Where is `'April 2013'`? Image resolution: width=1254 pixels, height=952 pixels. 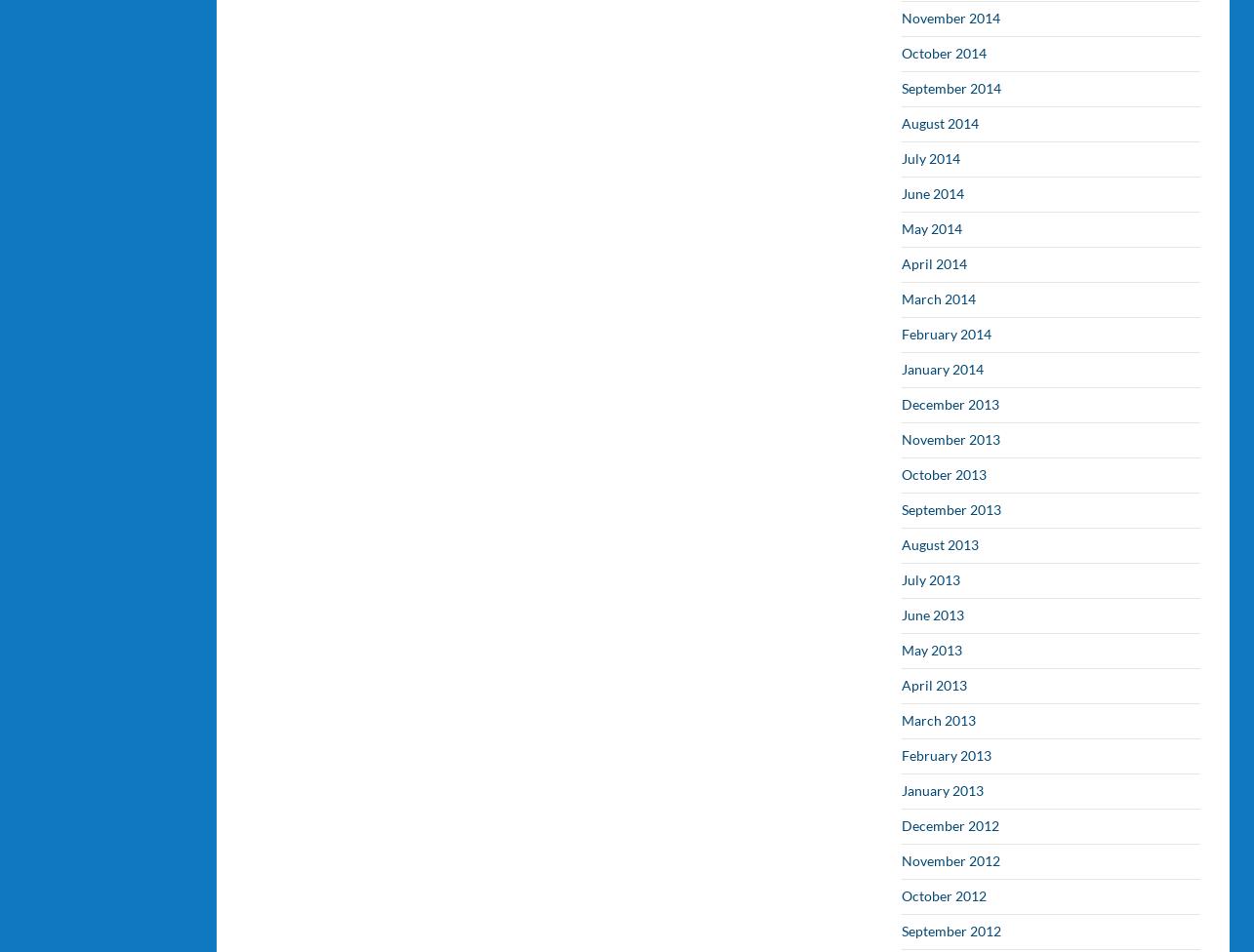 'April 2013' is located at coordinates (934, 684).